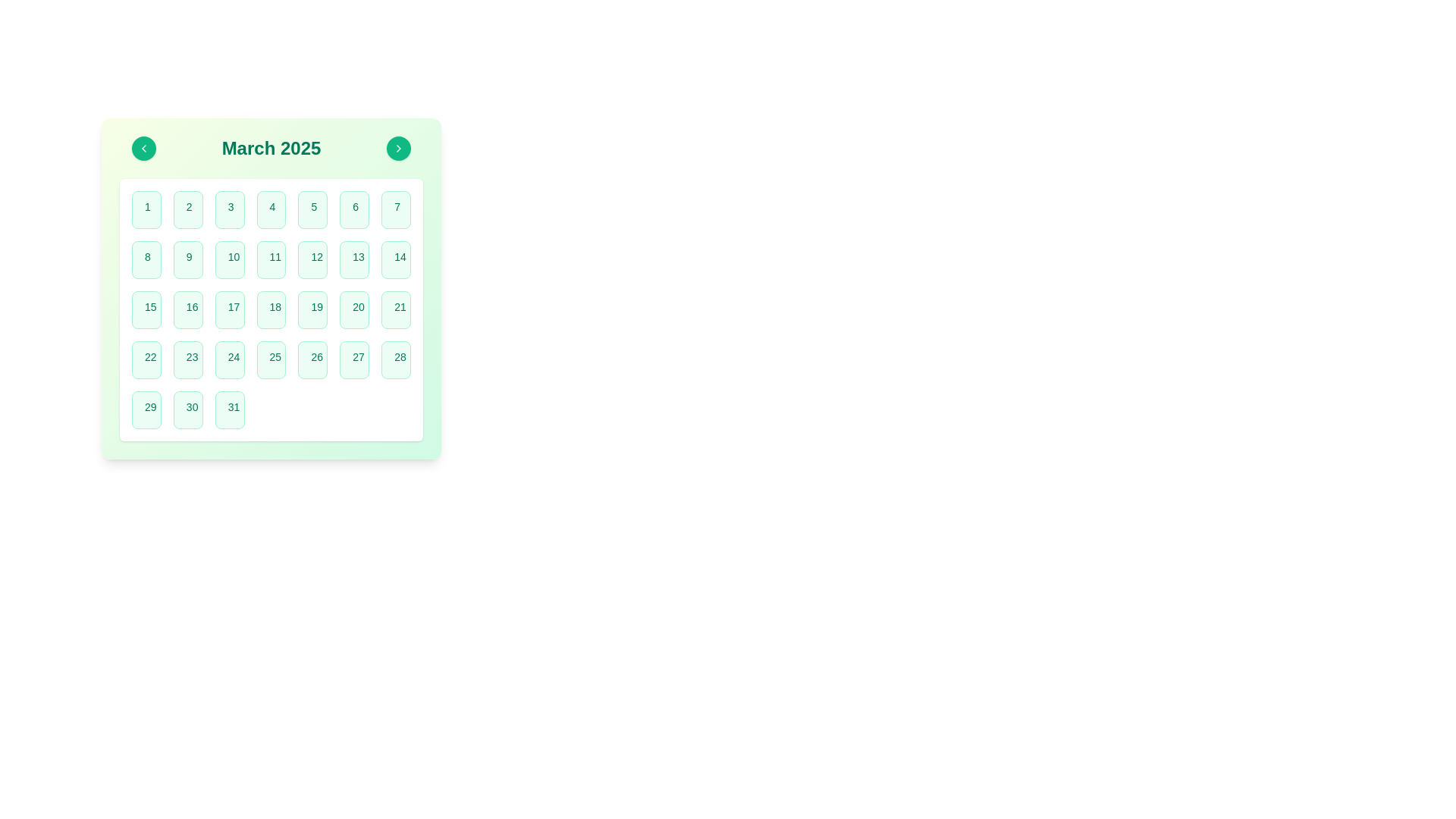 This screenshot has height=819, width=1456. What do you see at coordinates (188, 207) in the screenshot?
I see `the text label representing the second day of the month in the calendar interface` at bounding box center [188, 207].